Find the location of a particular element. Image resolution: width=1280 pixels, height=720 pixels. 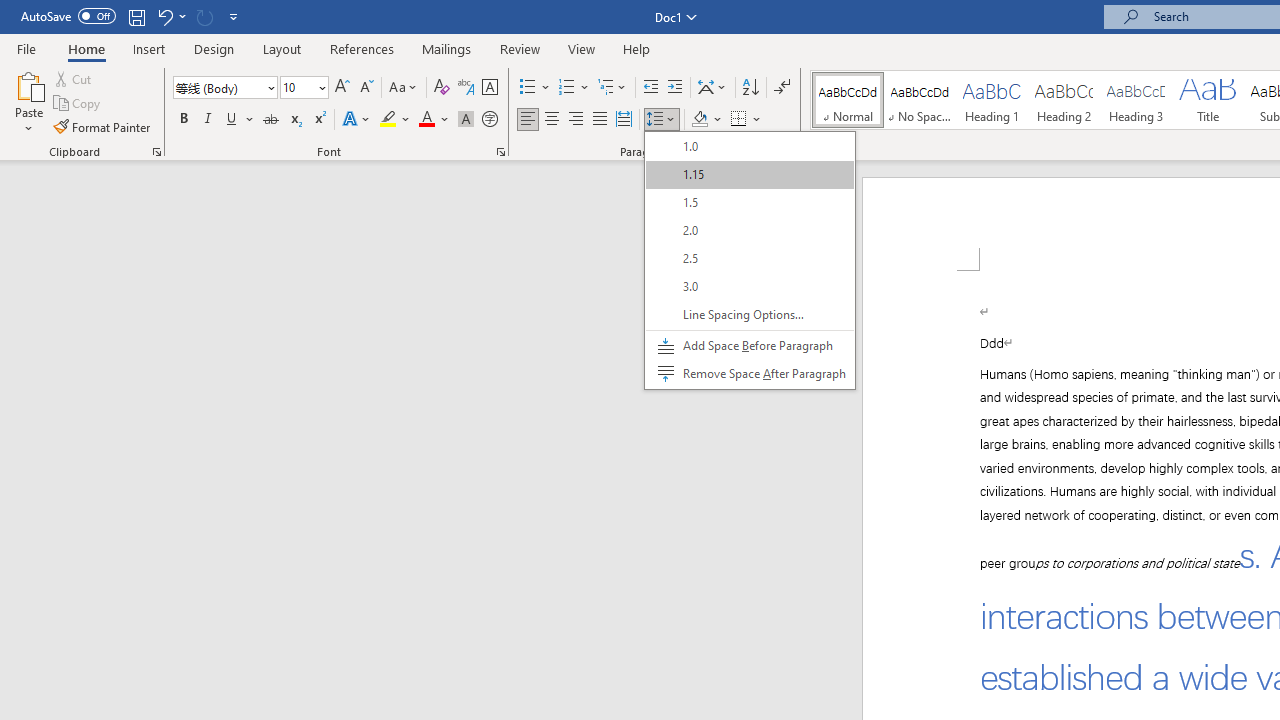

'Enclose Characters...' is located at coordinates (489, 119).